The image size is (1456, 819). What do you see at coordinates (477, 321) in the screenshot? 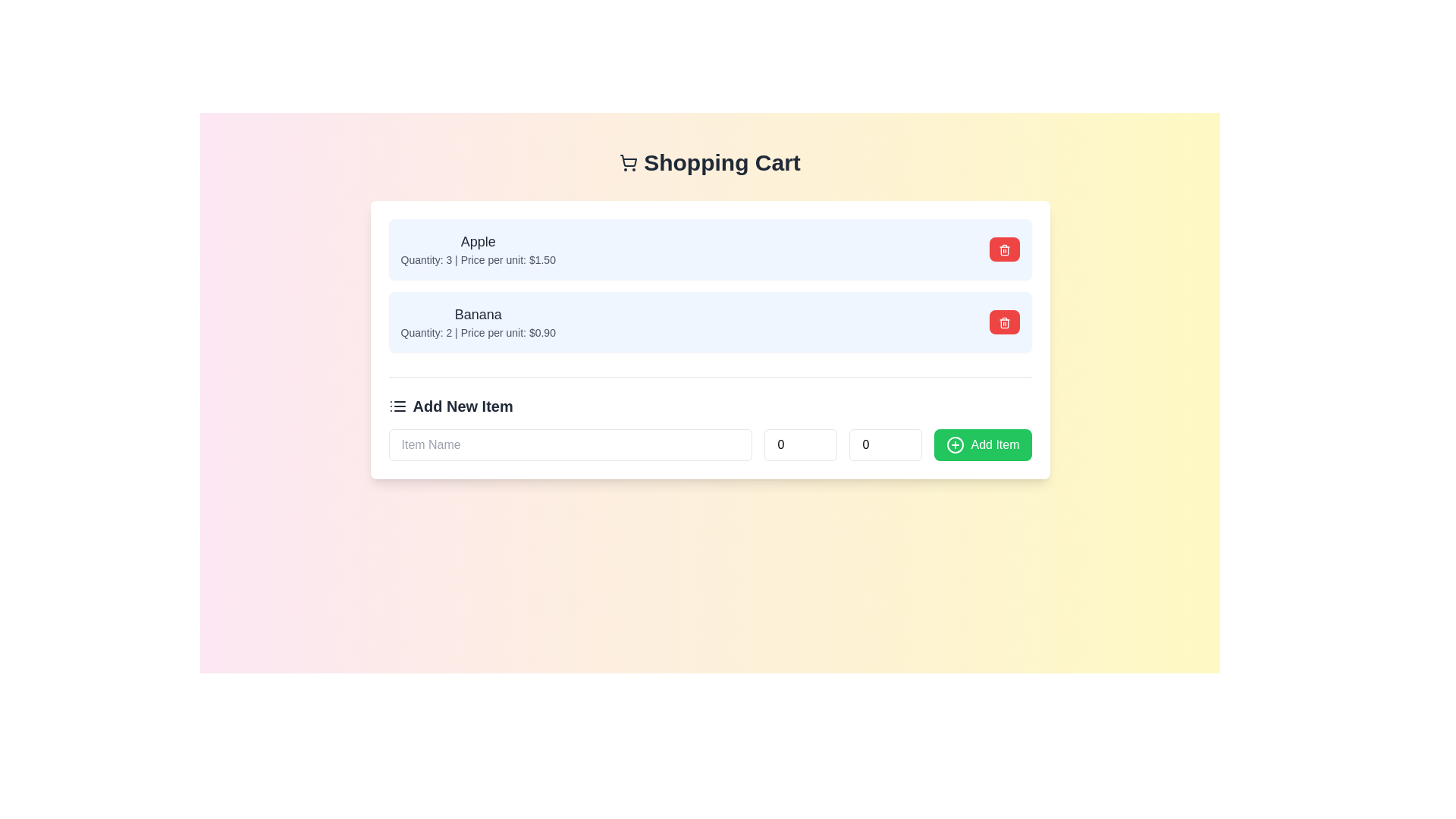
I see `the Text display component that shows the item name 'Banana' along with its quantity and price per unit` at bounding box center [477, 321].